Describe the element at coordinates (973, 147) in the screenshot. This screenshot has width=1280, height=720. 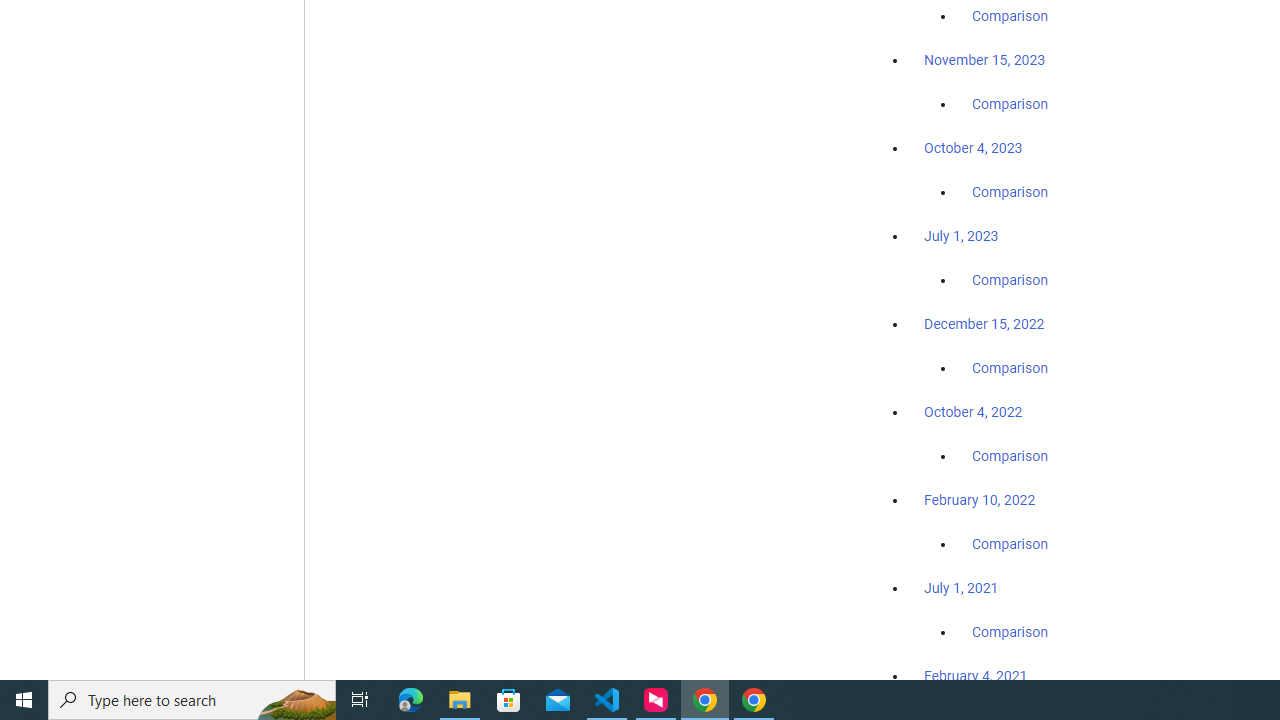
I see `'October 4, 2023'` at that location.